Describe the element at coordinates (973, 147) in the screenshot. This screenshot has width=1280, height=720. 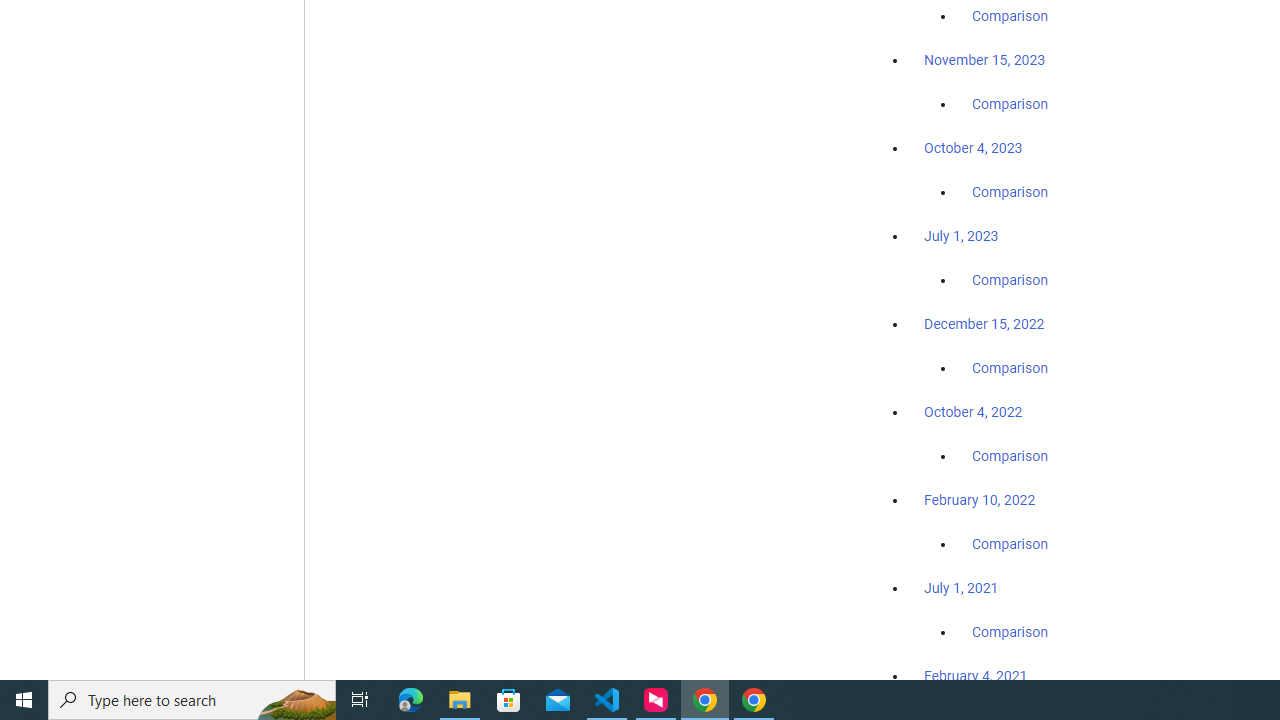
I see `'October 4, 2023'` at that location.